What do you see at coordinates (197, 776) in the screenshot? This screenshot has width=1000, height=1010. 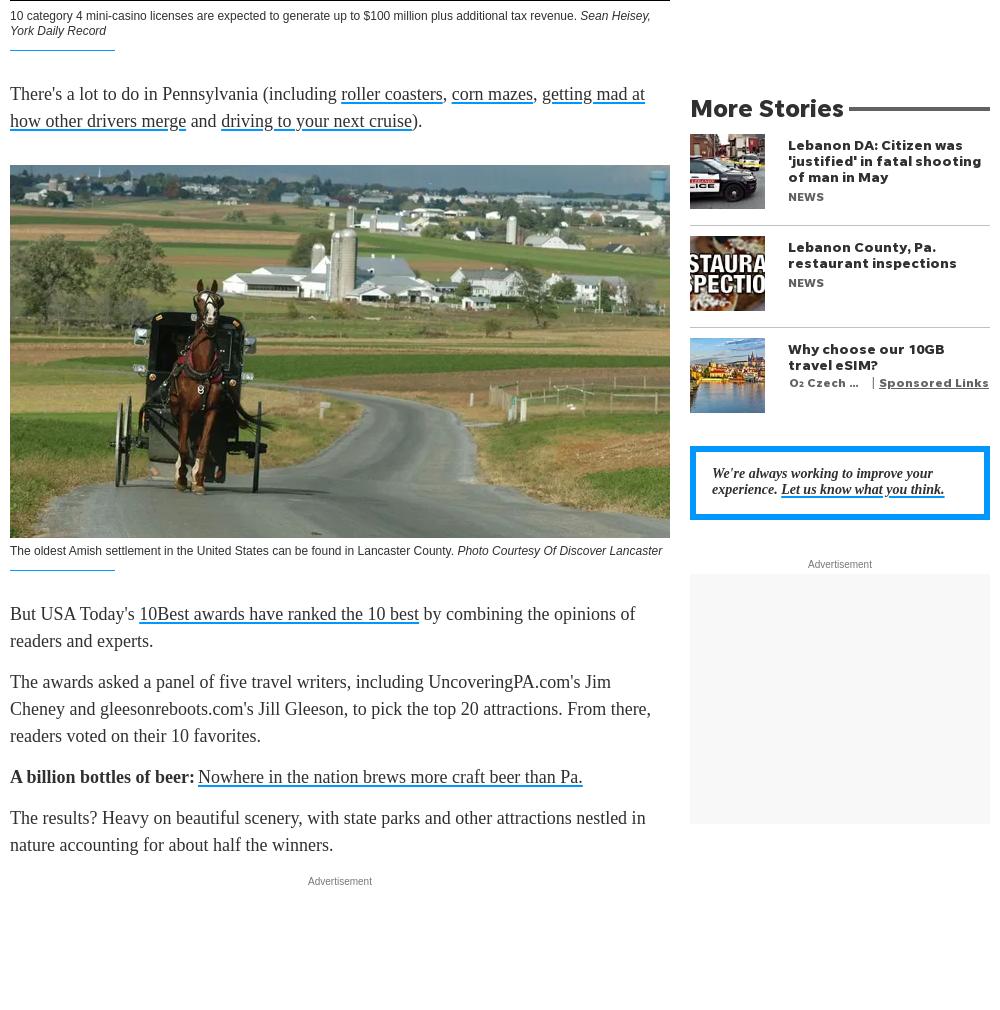 I see `'Nowhere in the nation brews more craft beer than Pa.'` at bounding box center [197, 776].